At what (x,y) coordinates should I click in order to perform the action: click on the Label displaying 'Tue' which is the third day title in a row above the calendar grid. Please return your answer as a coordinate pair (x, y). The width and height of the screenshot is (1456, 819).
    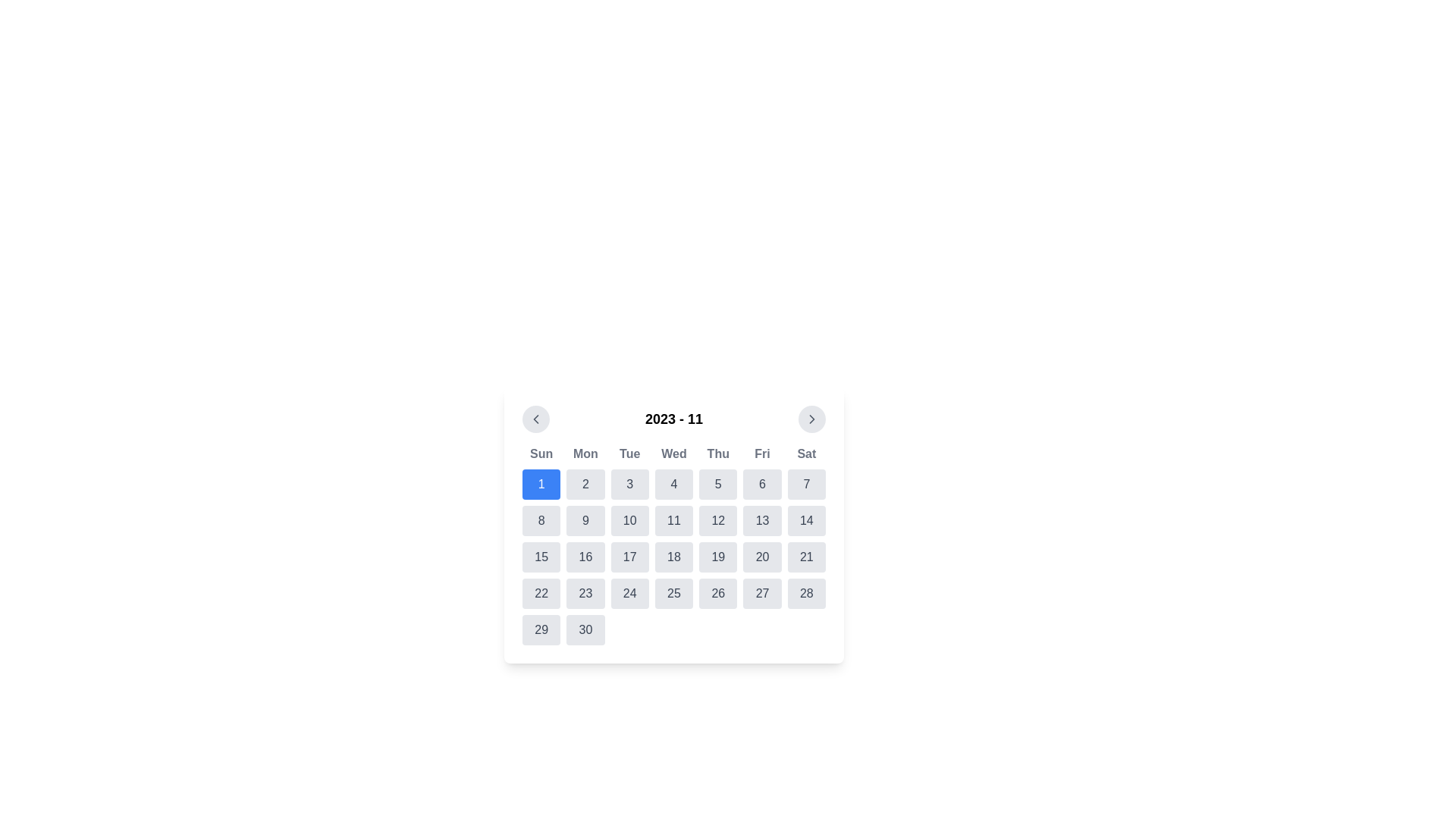
    Looking at the image, I should click on (629, 453).